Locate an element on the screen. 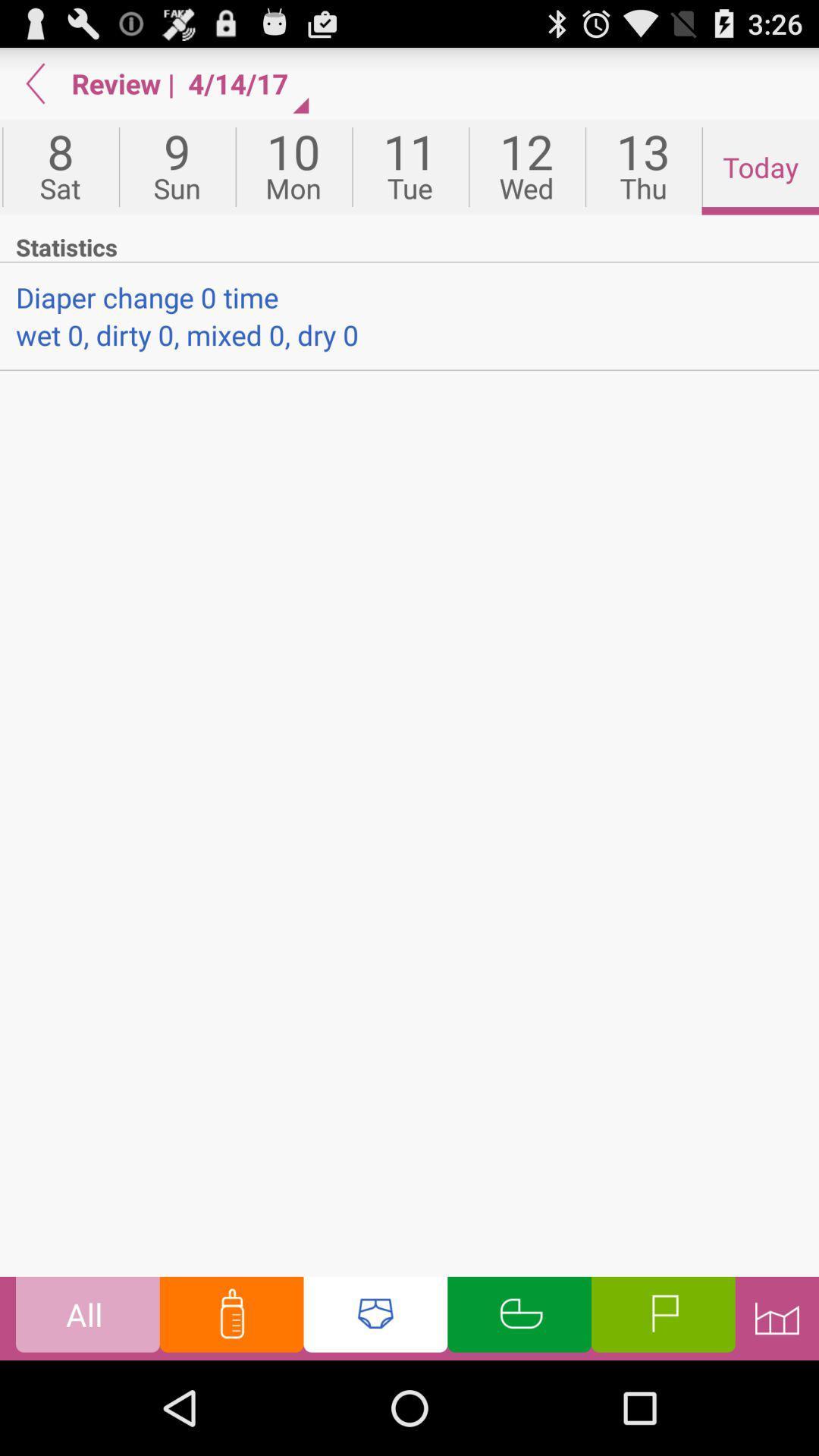 The image size is (819, 1456). the icon next to 10 is located at coordinates (176, 167).